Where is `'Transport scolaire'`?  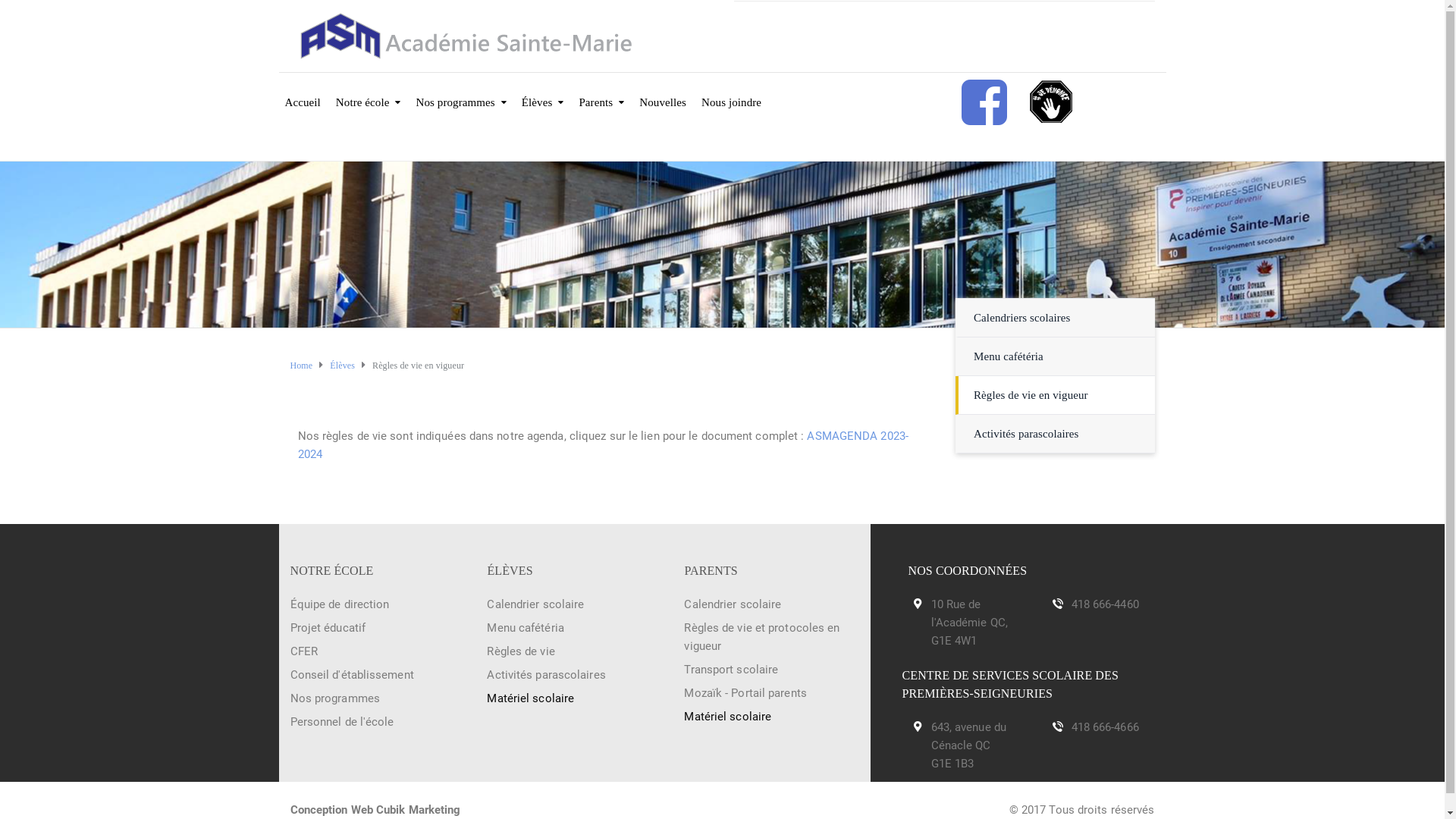
'Transport scolaire' is located at coordinates (731, 669).